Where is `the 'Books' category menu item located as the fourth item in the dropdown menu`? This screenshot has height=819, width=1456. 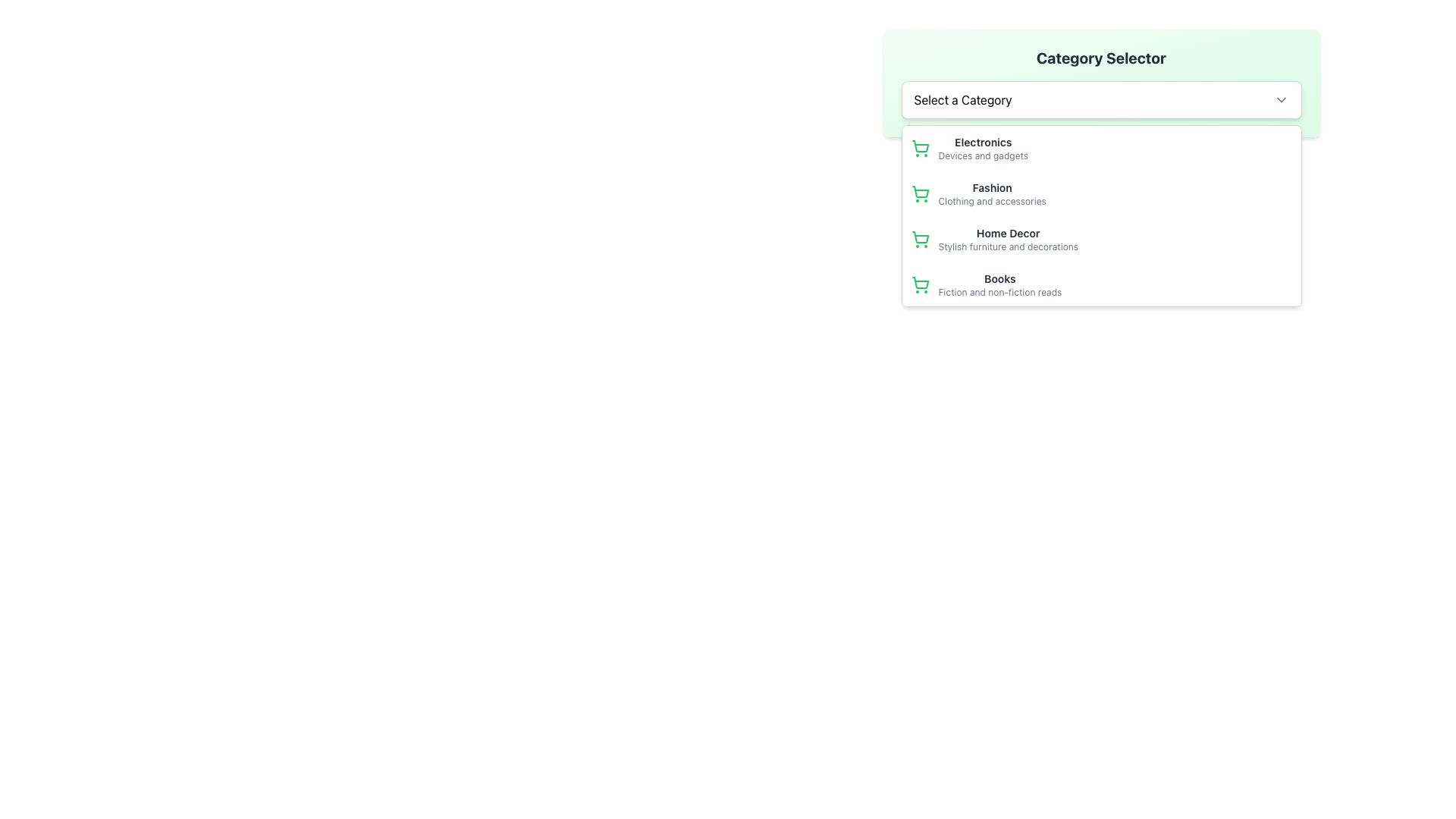 the 'Books' category menu item located as the fourth item in the dropdown menu is located at coordinates (1101, 284).